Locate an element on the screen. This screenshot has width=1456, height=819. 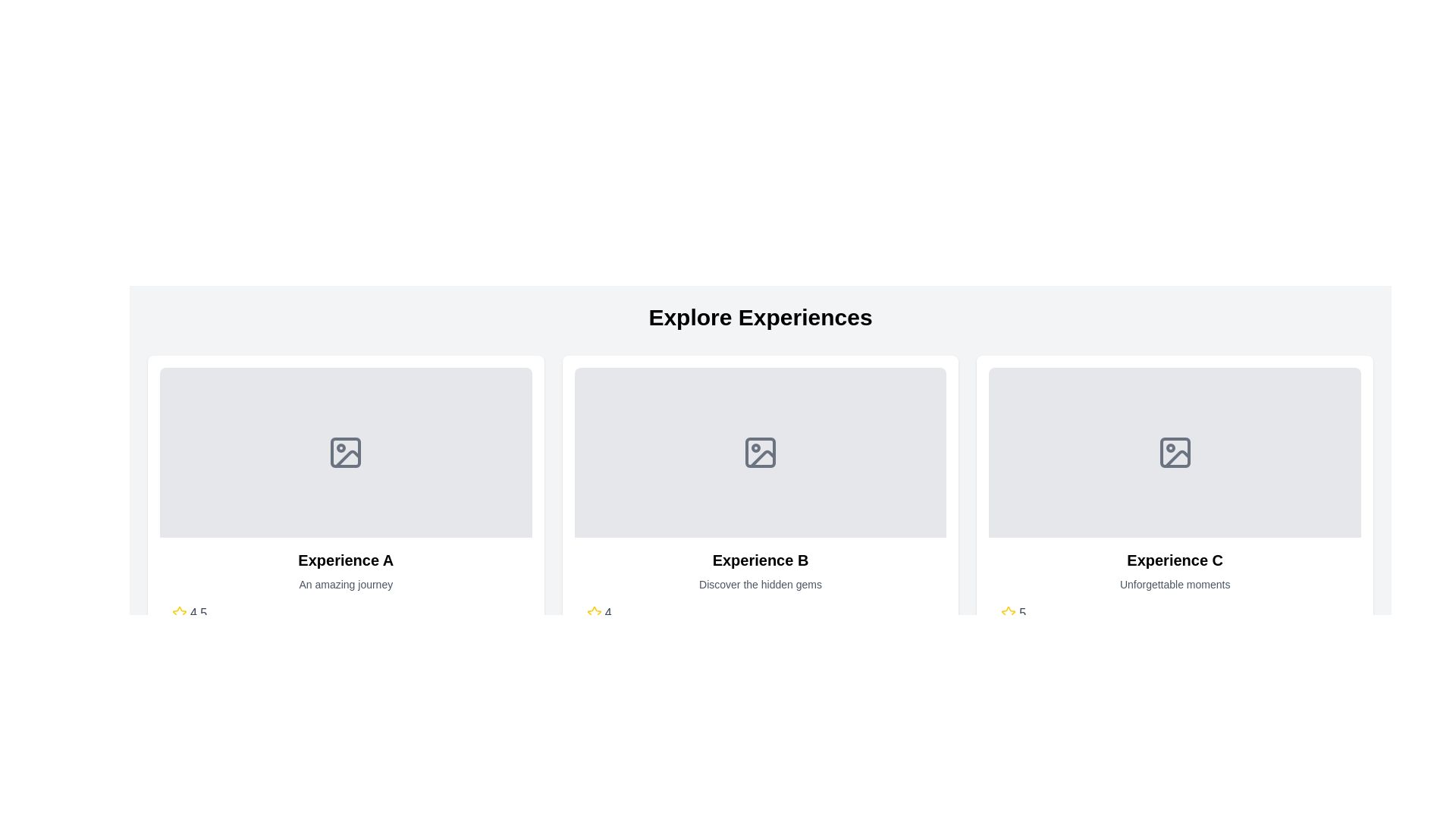
the Information display card located in the first column under the 'Explore Experiences' heading, which presents a specific offering or experience with its title, description, and user rating is located at coordinates (345, 585).